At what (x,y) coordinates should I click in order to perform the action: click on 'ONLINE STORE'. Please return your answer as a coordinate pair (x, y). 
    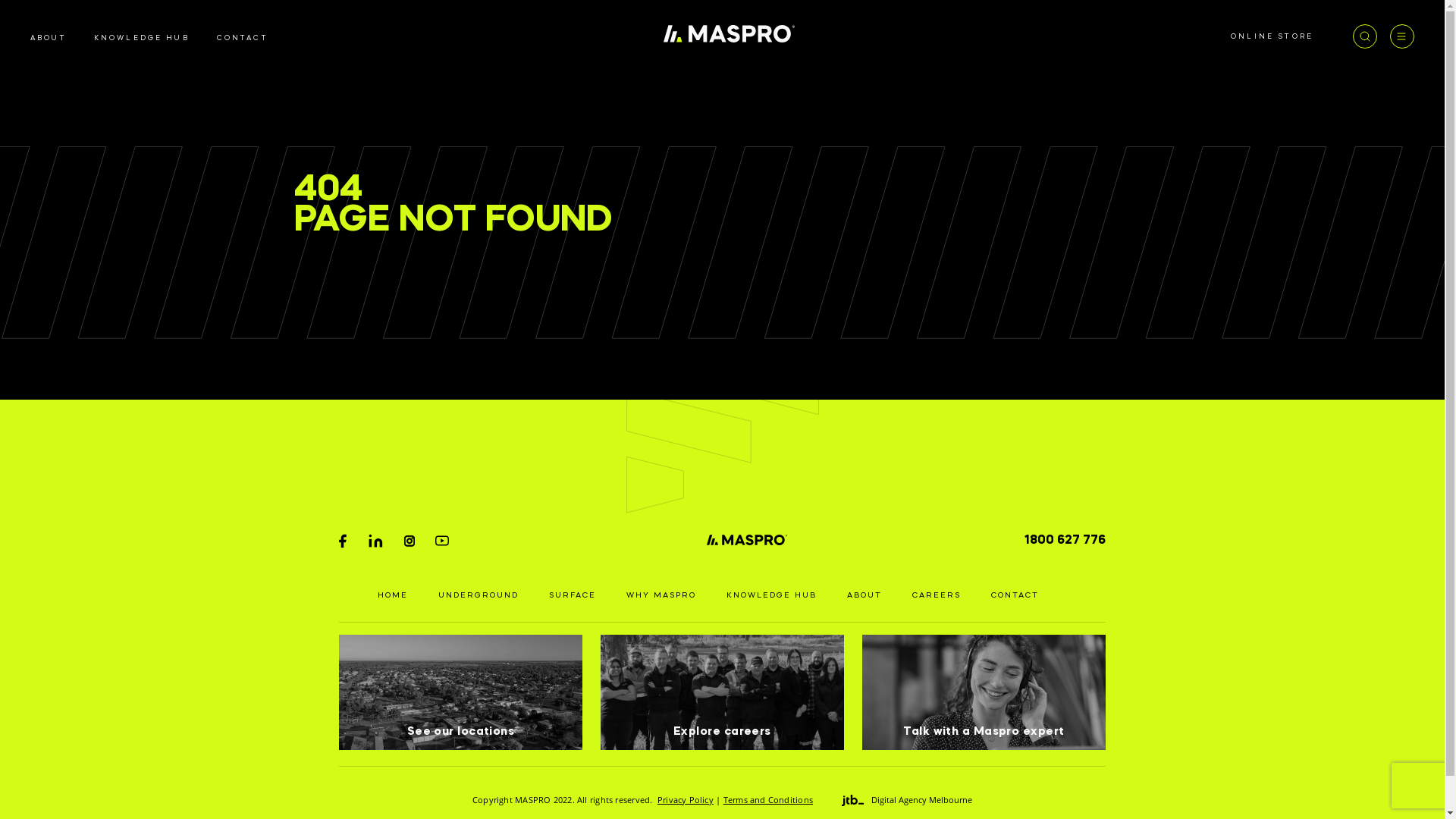
    Looking at the image, I should click on (1272, 35).